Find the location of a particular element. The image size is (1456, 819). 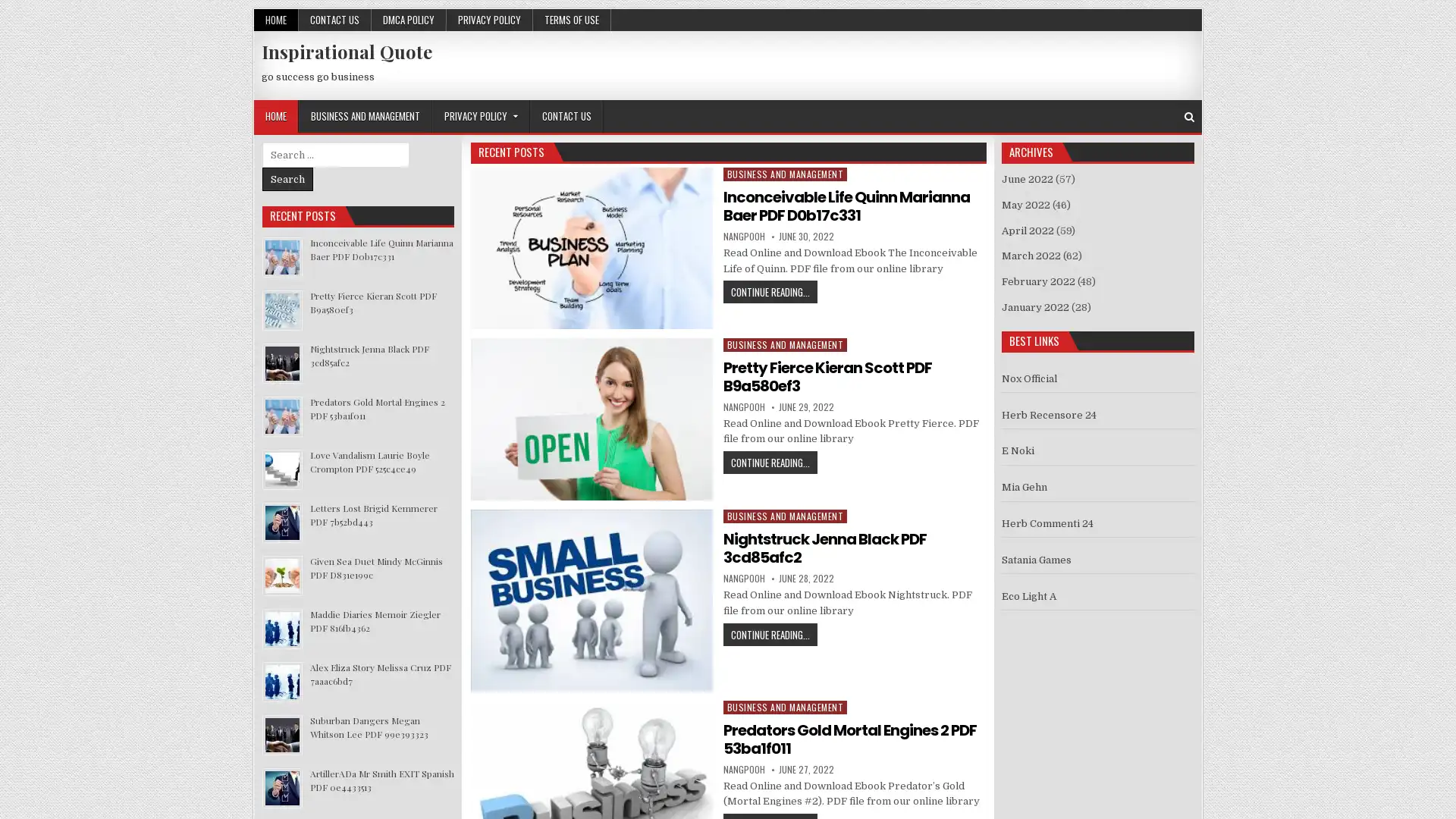

Search is located at coordinates (287, 178).